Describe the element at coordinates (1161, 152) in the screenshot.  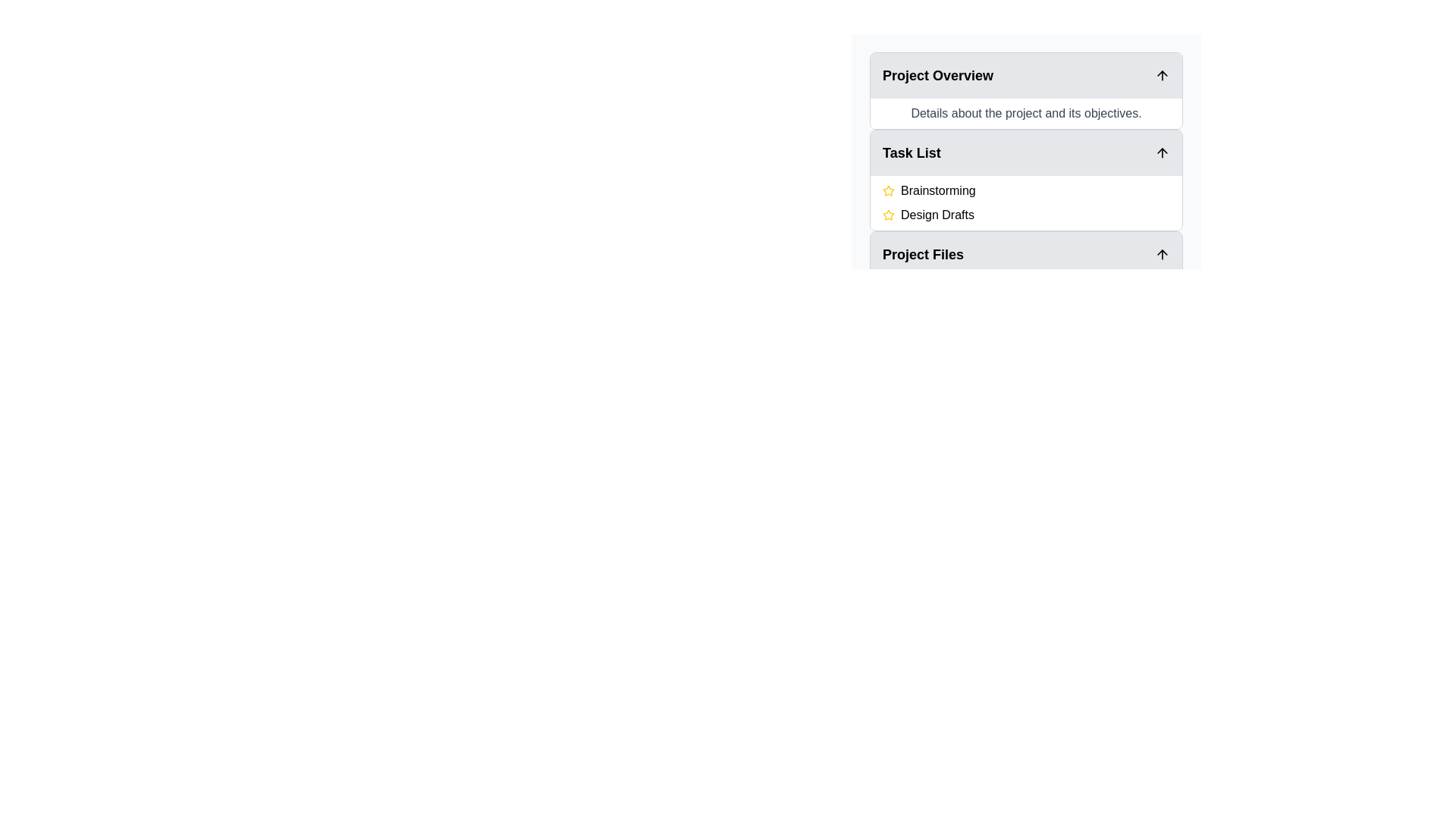
I see `the small upward arrow icon button located on the far-right side of the header bar for the 'Task List' section` at that location.